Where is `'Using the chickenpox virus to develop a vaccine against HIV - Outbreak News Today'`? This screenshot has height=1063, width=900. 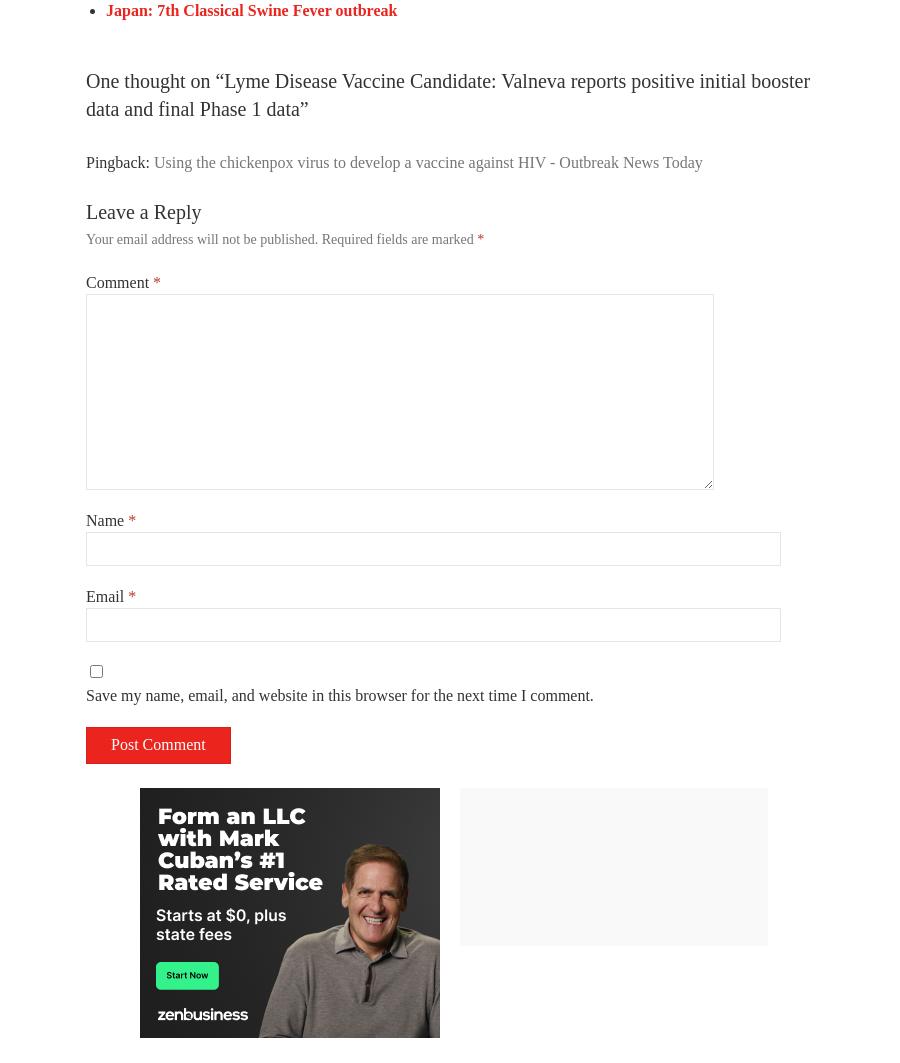 'Using the chickenpox virus to develop a vaccine against HIV - Outbreak News Today' is located at coordinates (153, 161).